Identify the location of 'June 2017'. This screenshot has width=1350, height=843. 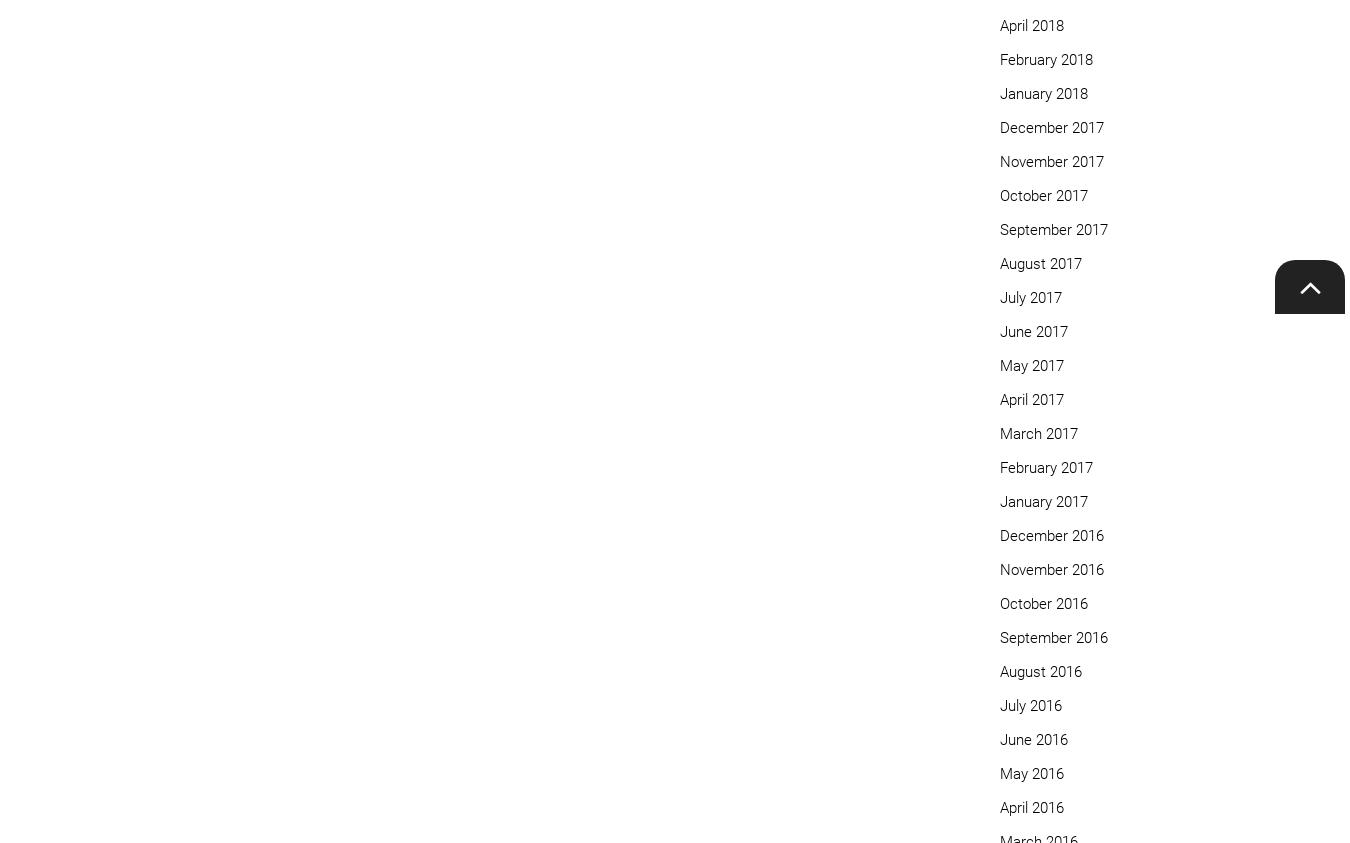
(1033, 329).